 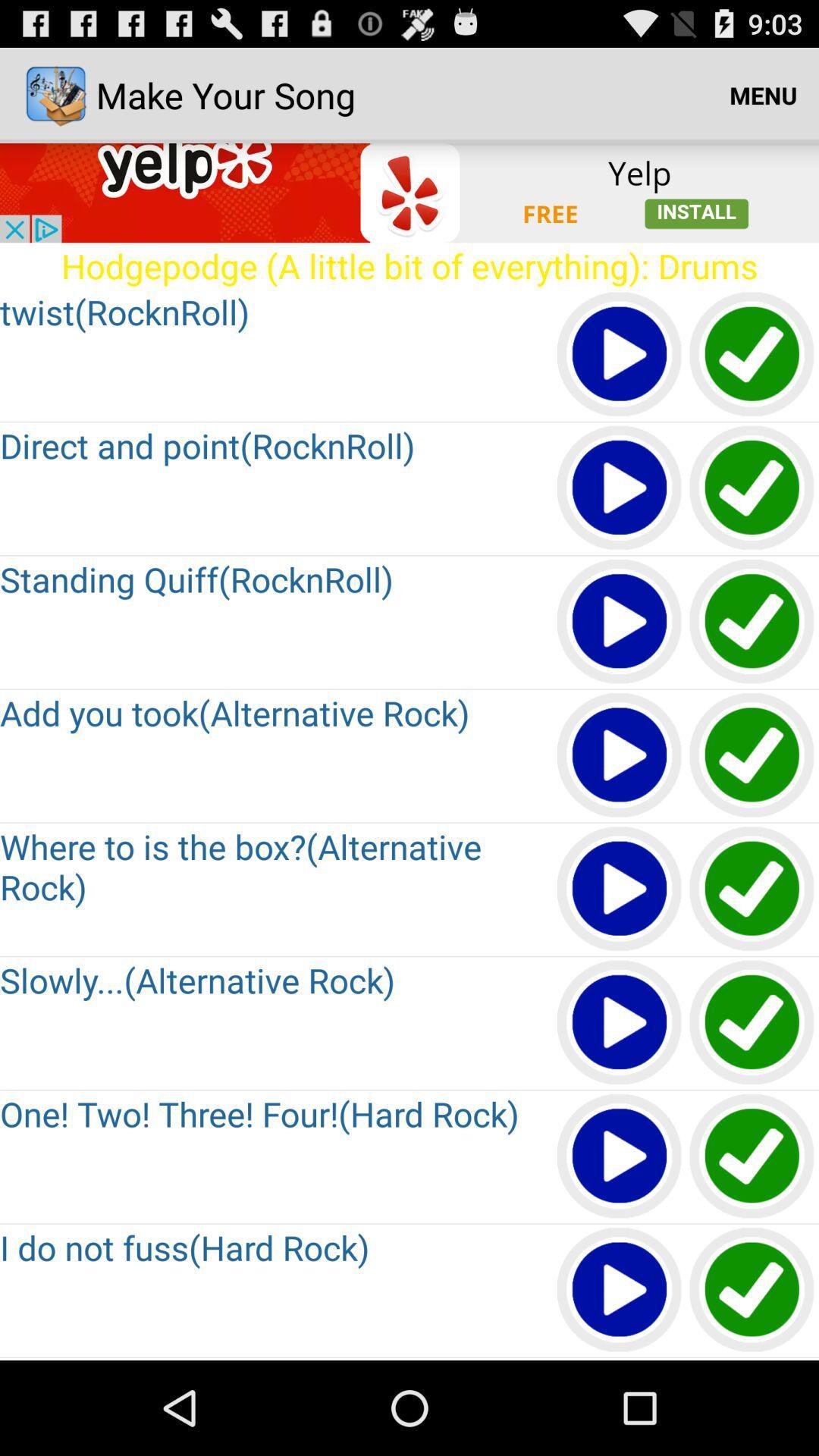 What do you see at coordinates (620, 1359) in the screenshot?
I see `go down` at bounding box center [620, 1359].